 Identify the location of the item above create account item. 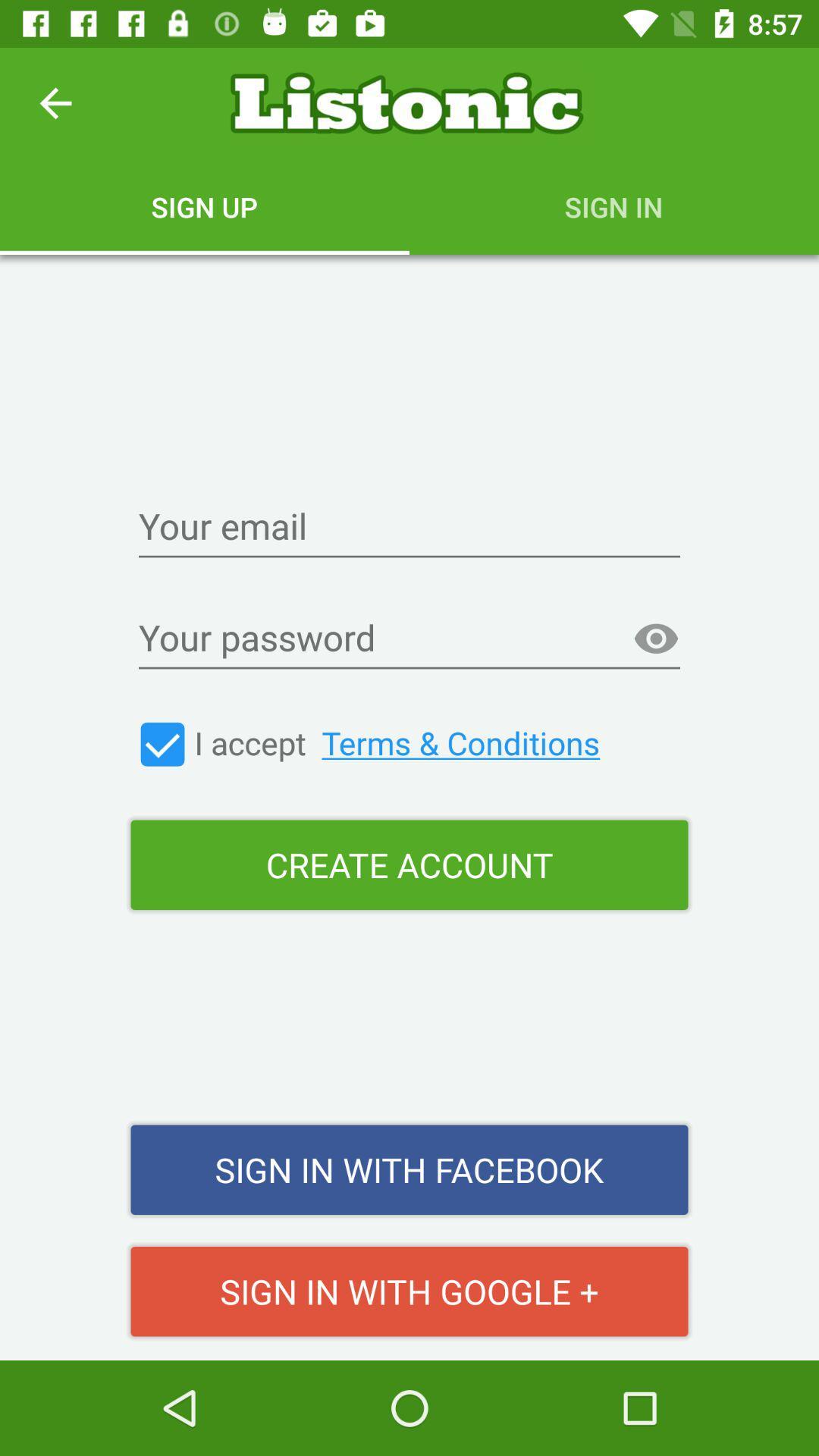
(655, 639).